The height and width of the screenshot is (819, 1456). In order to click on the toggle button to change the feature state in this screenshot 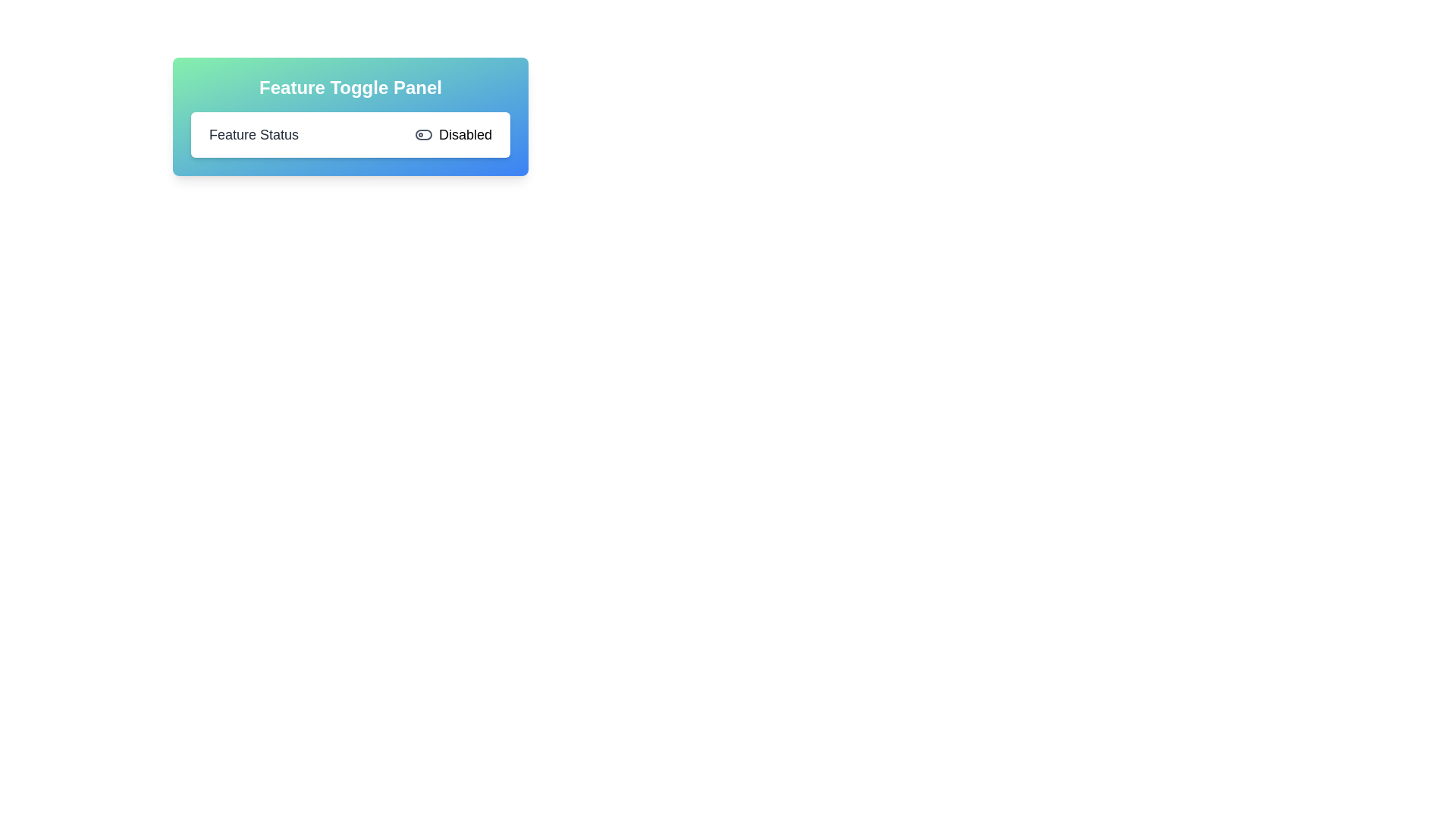, I will do `click(452, 133)`.